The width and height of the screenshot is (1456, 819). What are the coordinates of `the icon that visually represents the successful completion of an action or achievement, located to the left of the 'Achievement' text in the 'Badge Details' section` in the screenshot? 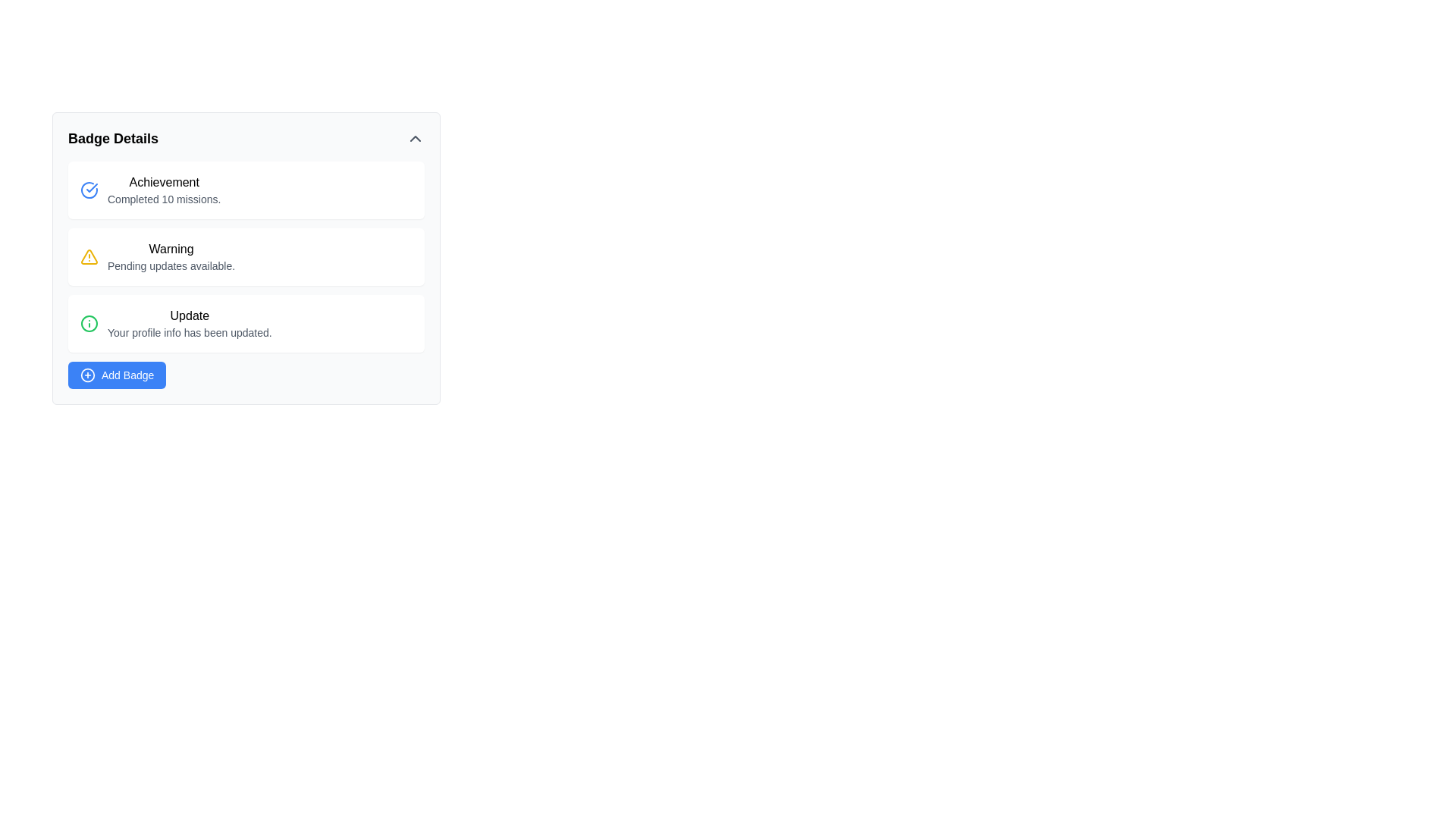 It's located at (89, 189).